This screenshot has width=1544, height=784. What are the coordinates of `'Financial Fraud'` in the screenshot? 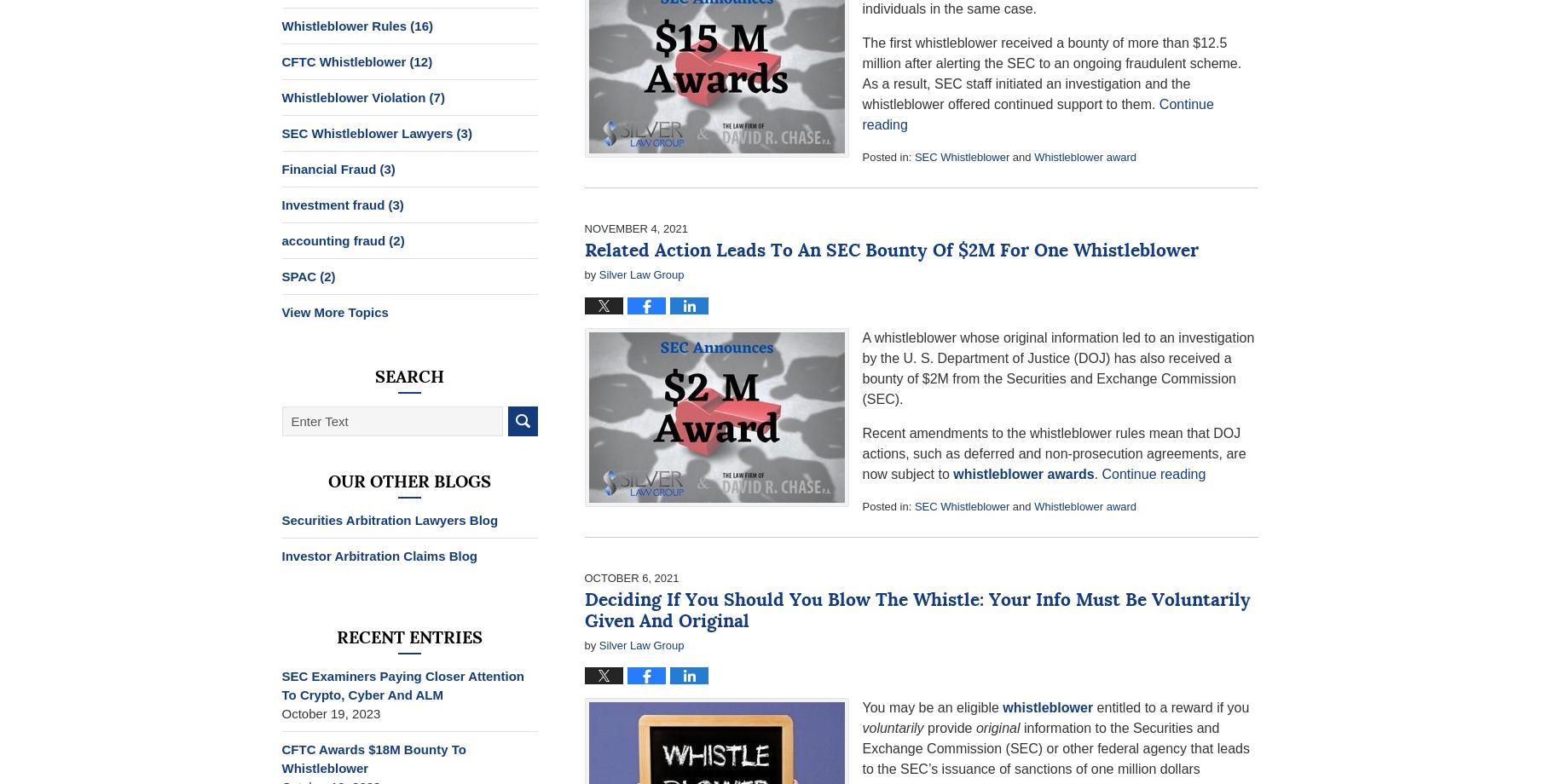 It's located at (329, 168).